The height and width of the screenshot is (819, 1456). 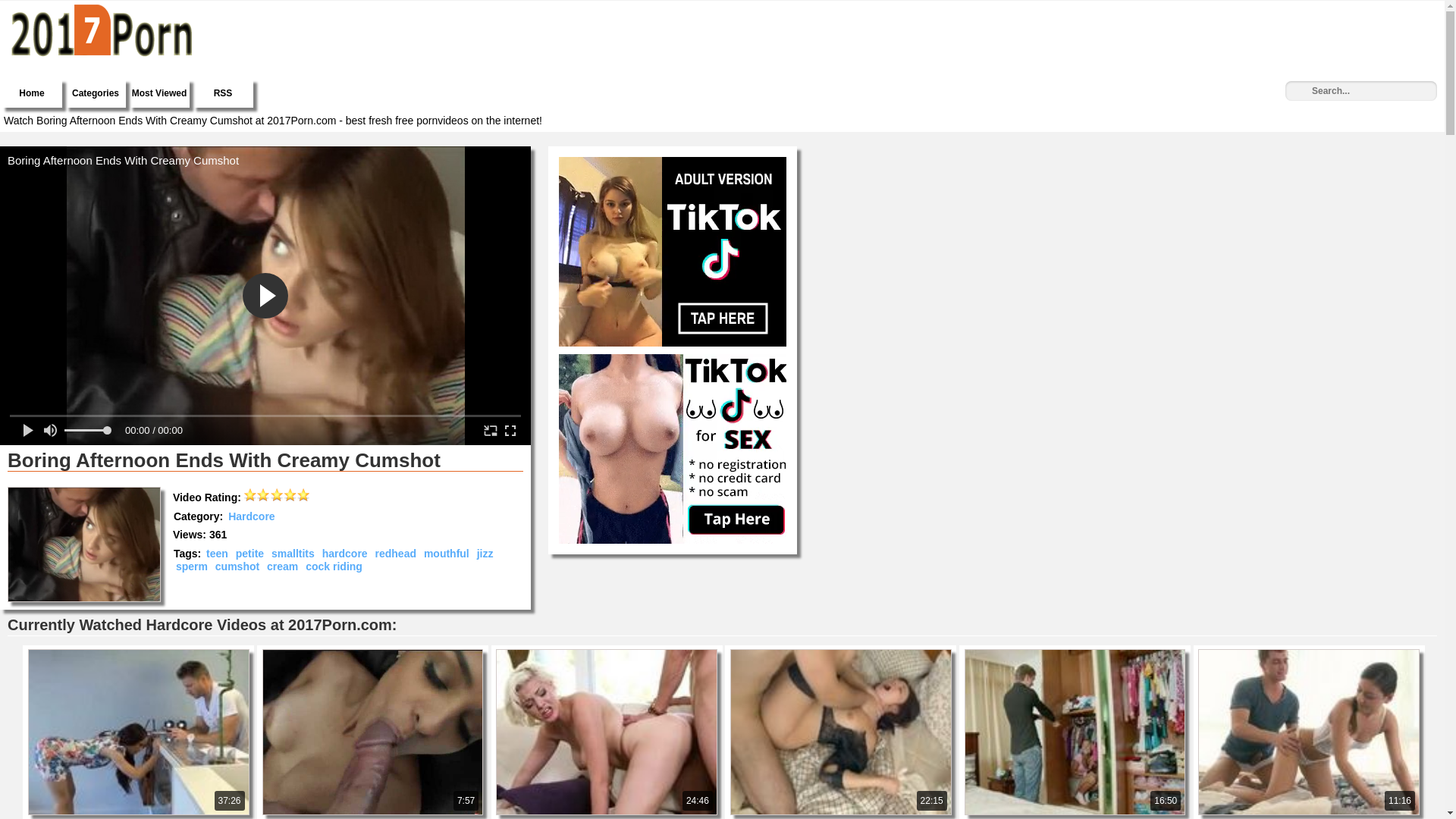 What do you see at coordinates (159, 93) in the screenshot?
I see `'Most Viewed'` at bounding box center [159, 93].